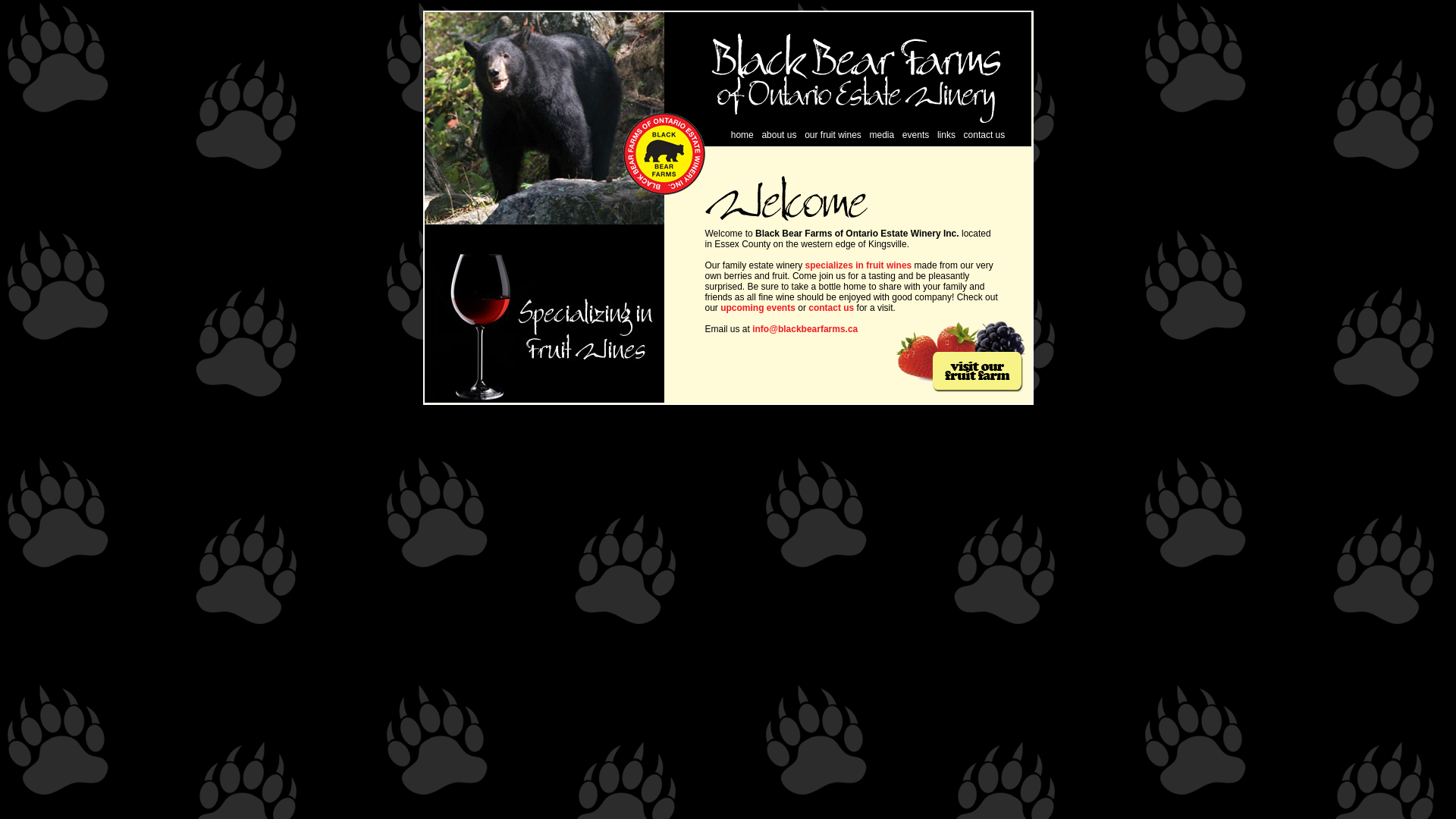  I want to click on 'events', so click(902, 133).